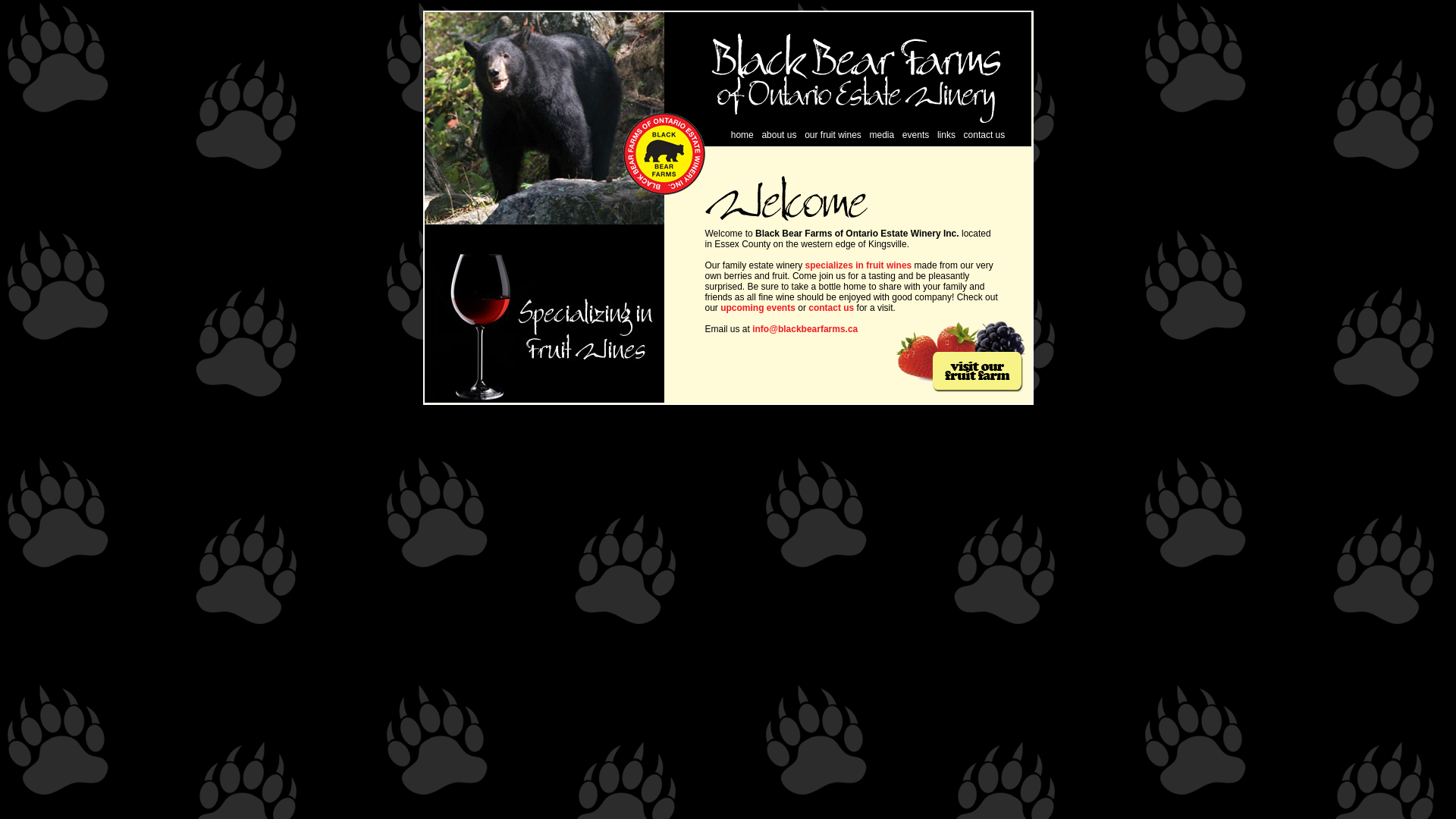  I want to click on 'events', so click(902, 133).